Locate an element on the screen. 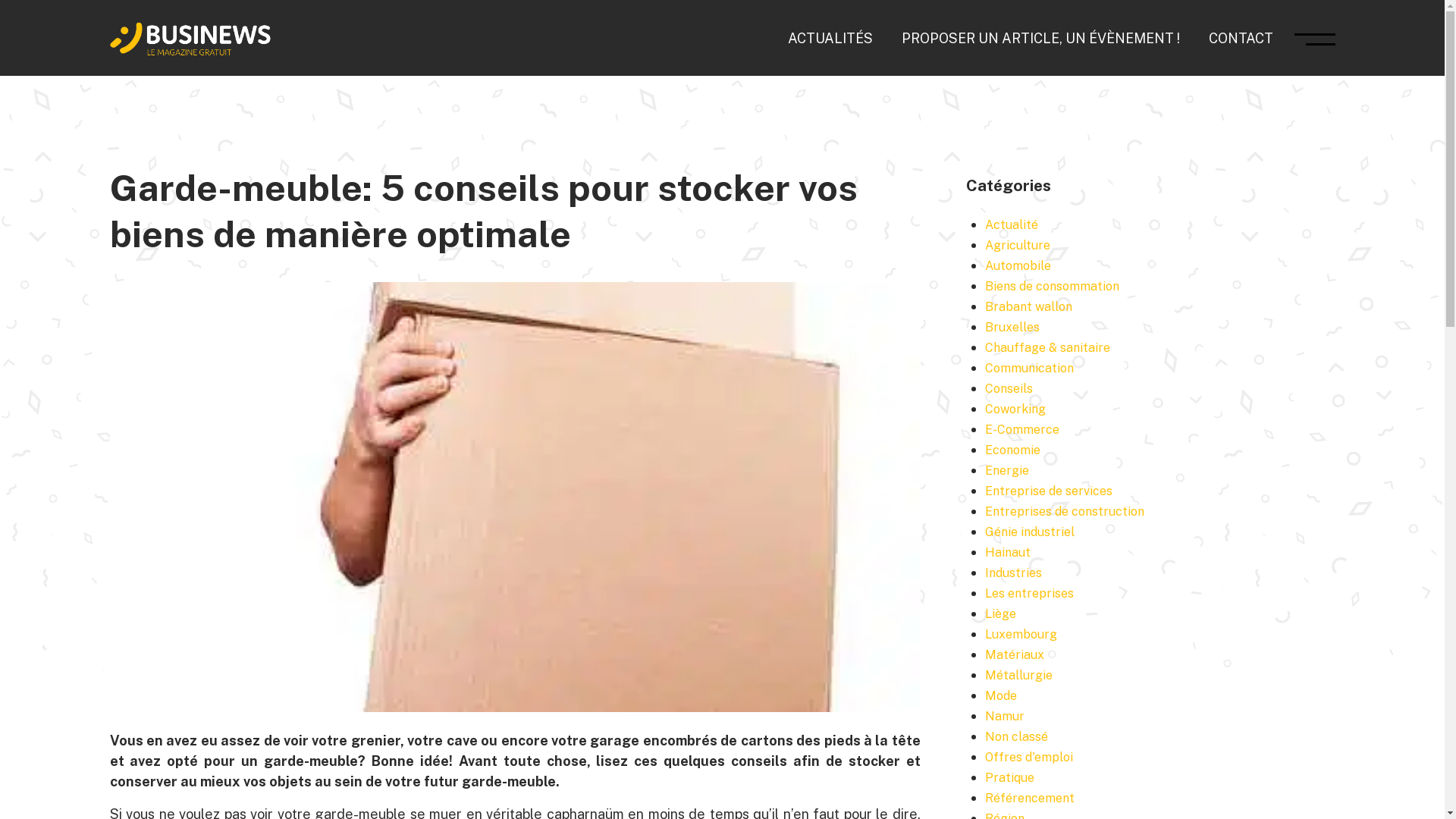 This screenshot has height=819, width=1456. 'Biens de consommation' is located at coordinates (985, 286).